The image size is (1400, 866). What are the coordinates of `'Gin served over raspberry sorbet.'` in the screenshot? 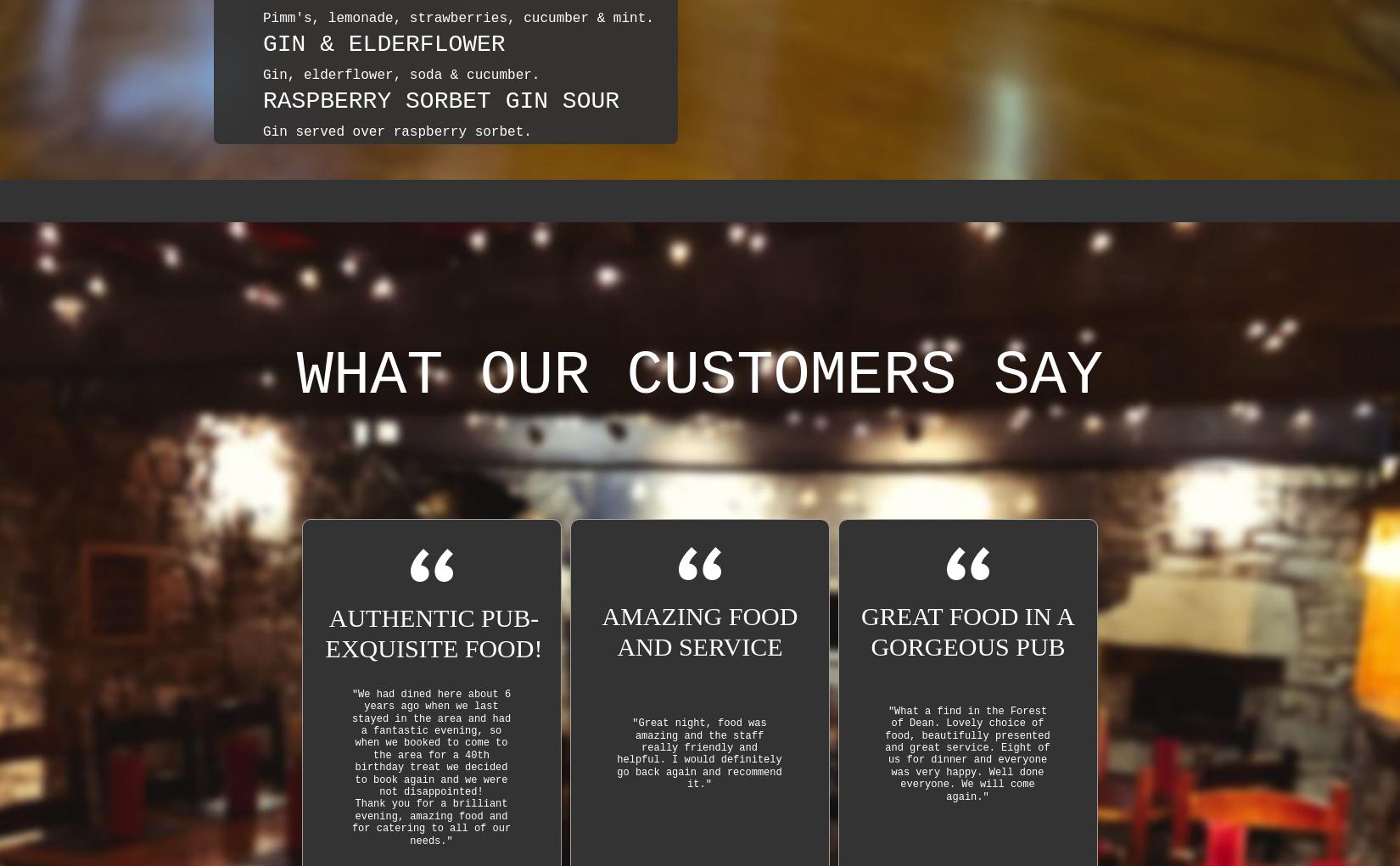 It's located at (395, 132).